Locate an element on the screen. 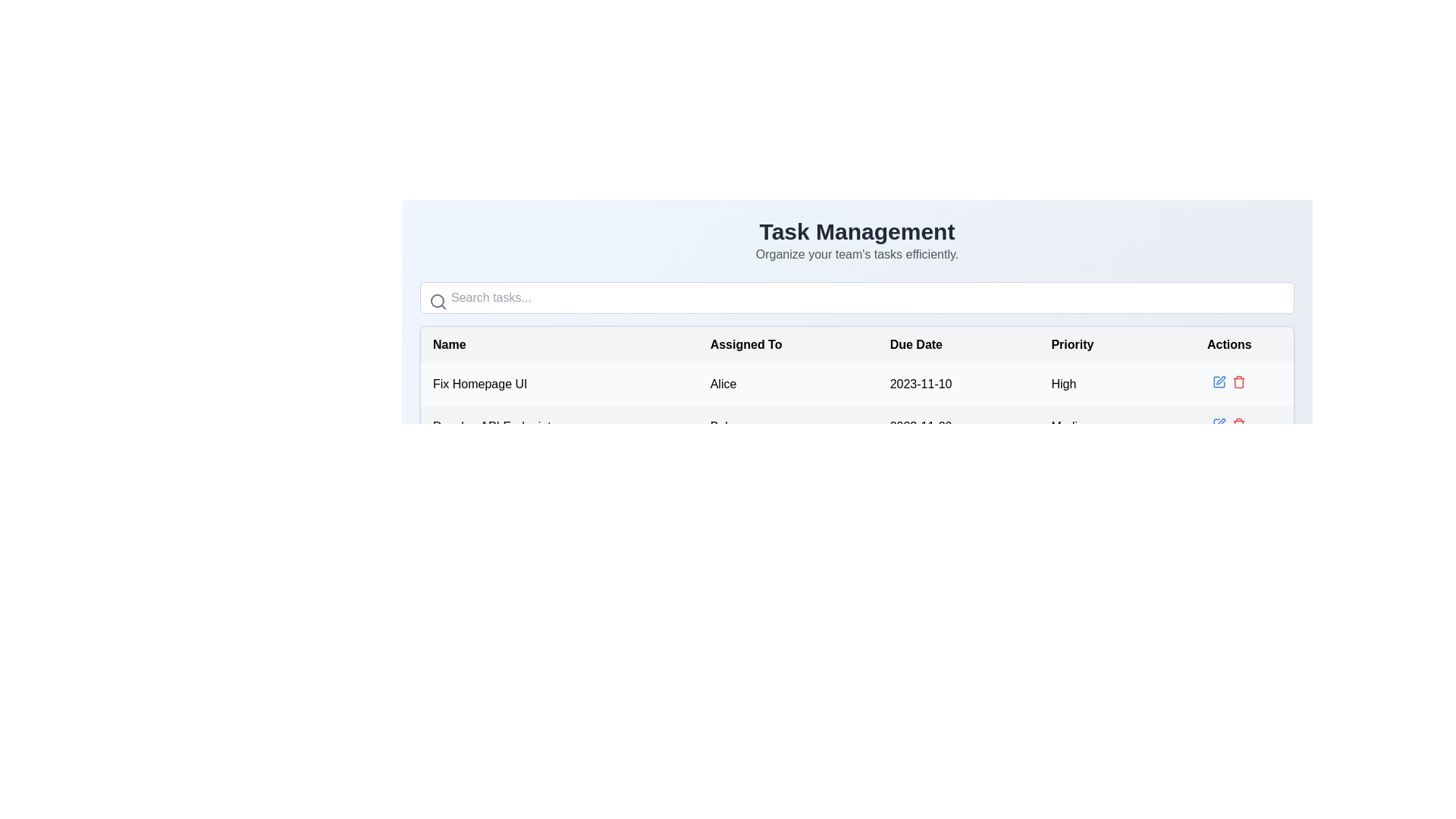 The image size is (1456, 819). the edit icon button for the task 'Fix Homepage UI' to initiate editing the task details is located at coordinates (1219, 381).